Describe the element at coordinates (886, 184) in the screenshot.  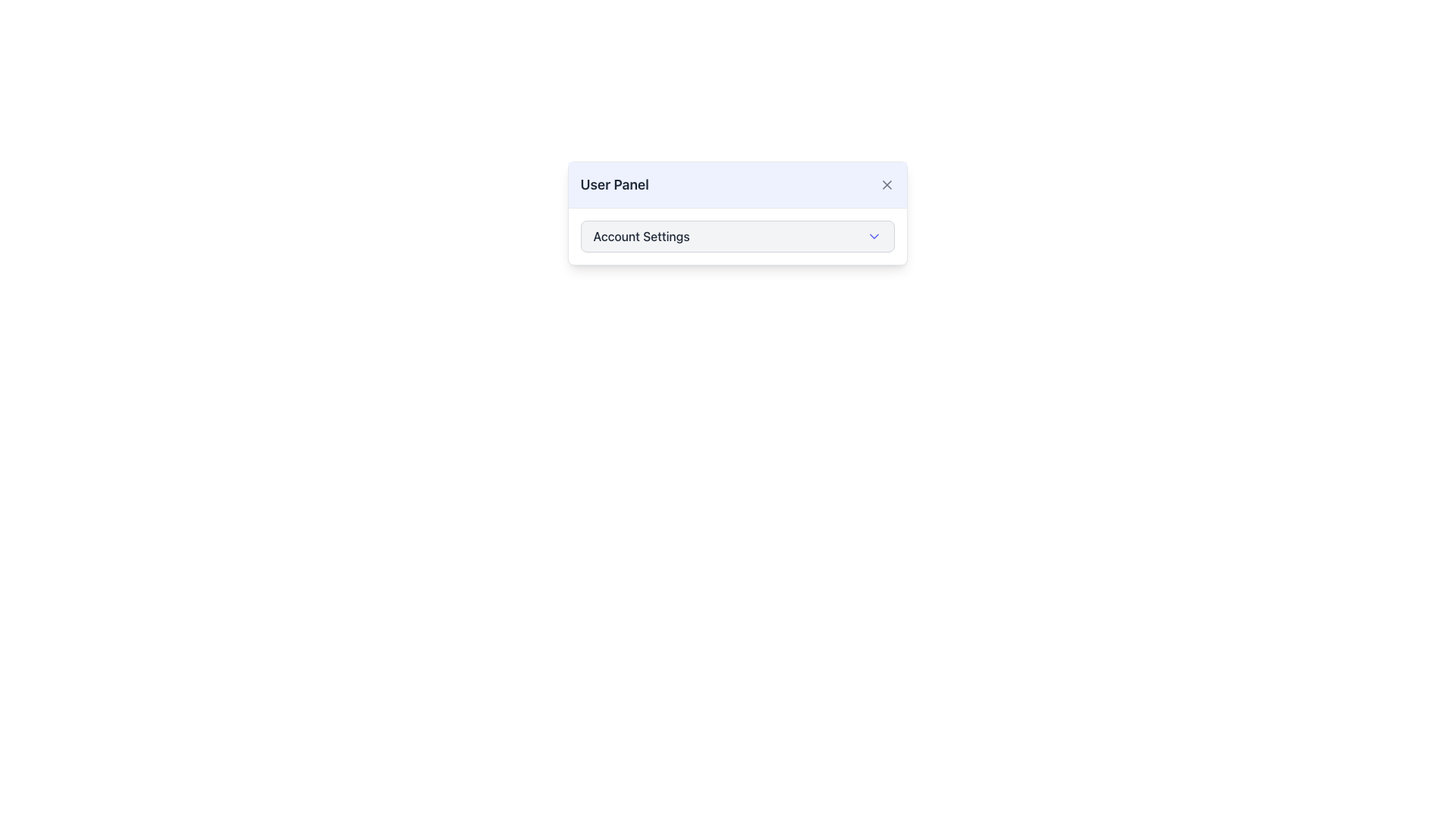
I see `the graphical 'close' icon located in the top-right corner of the 'User Panel'` at that location.